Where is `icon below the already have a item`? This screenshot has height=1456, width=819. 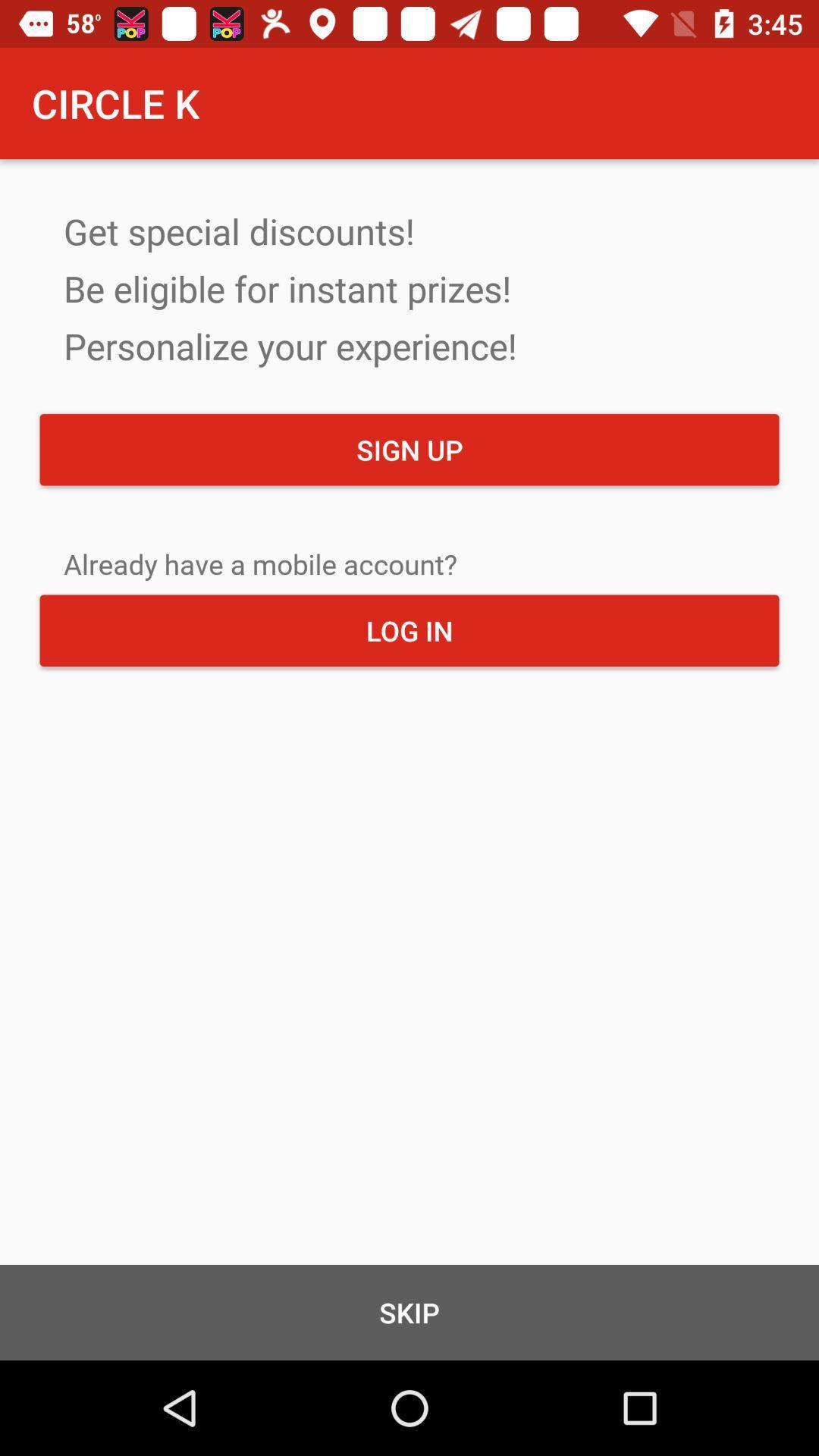 icon below the already have a item is located at coordinates (409, 630).